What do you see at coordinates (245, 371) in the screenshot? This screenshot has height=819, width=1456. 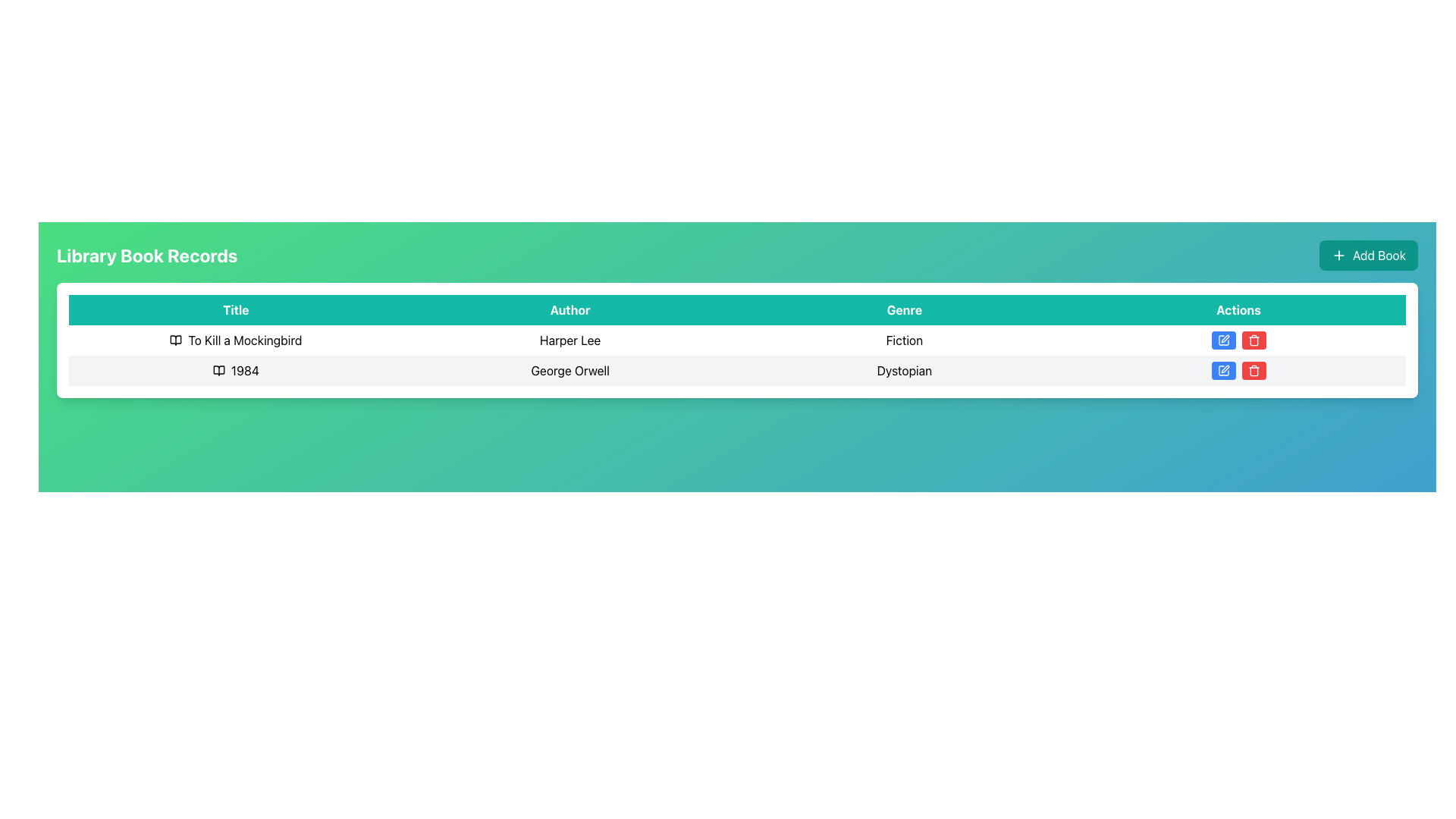 I see `the text label indicating the title of the book '1984' in the library record list, located in the second row under the Title column` at bounding box center [245, 371].